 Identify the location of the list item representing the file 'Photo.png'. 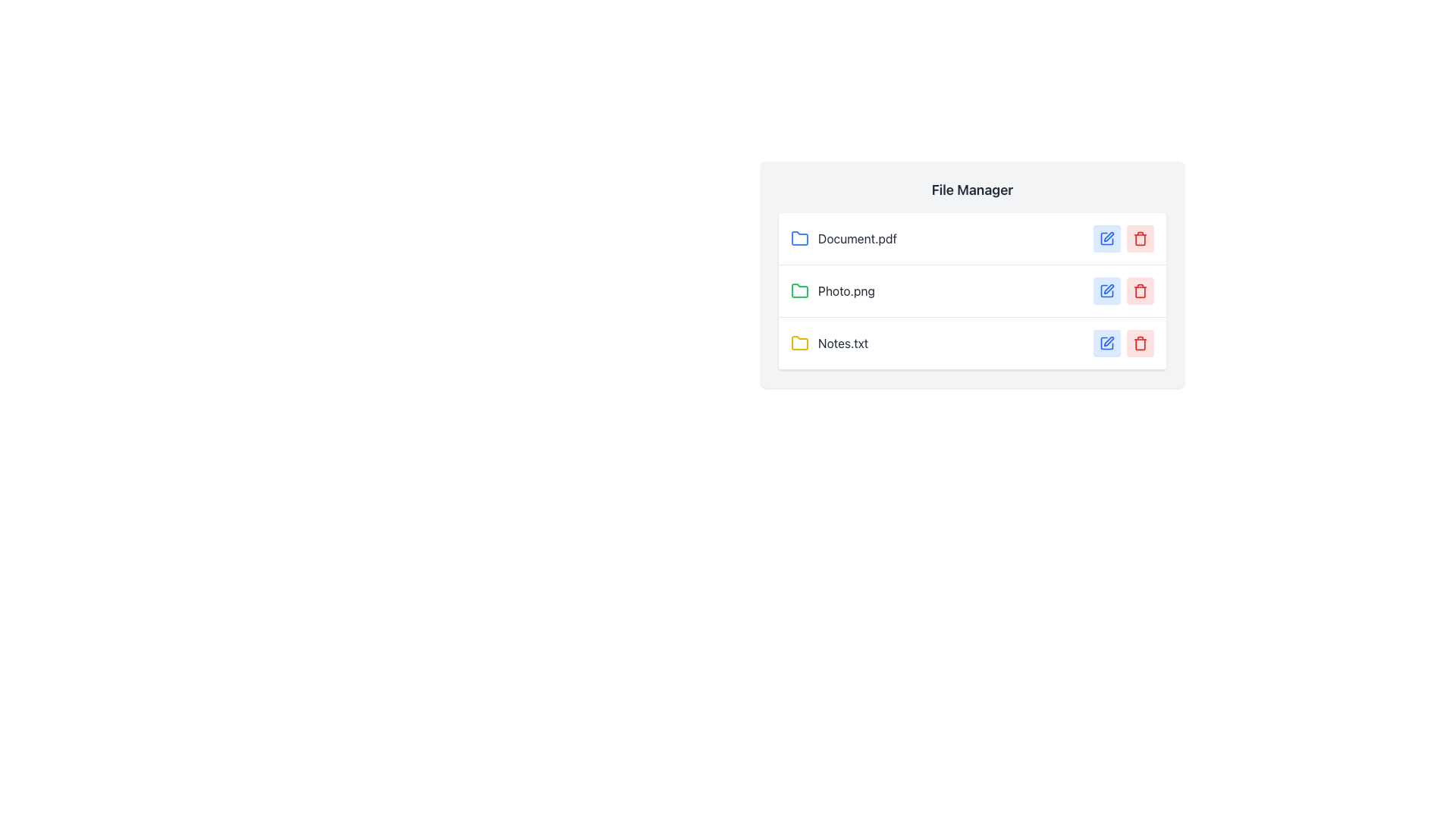
(972, 291).